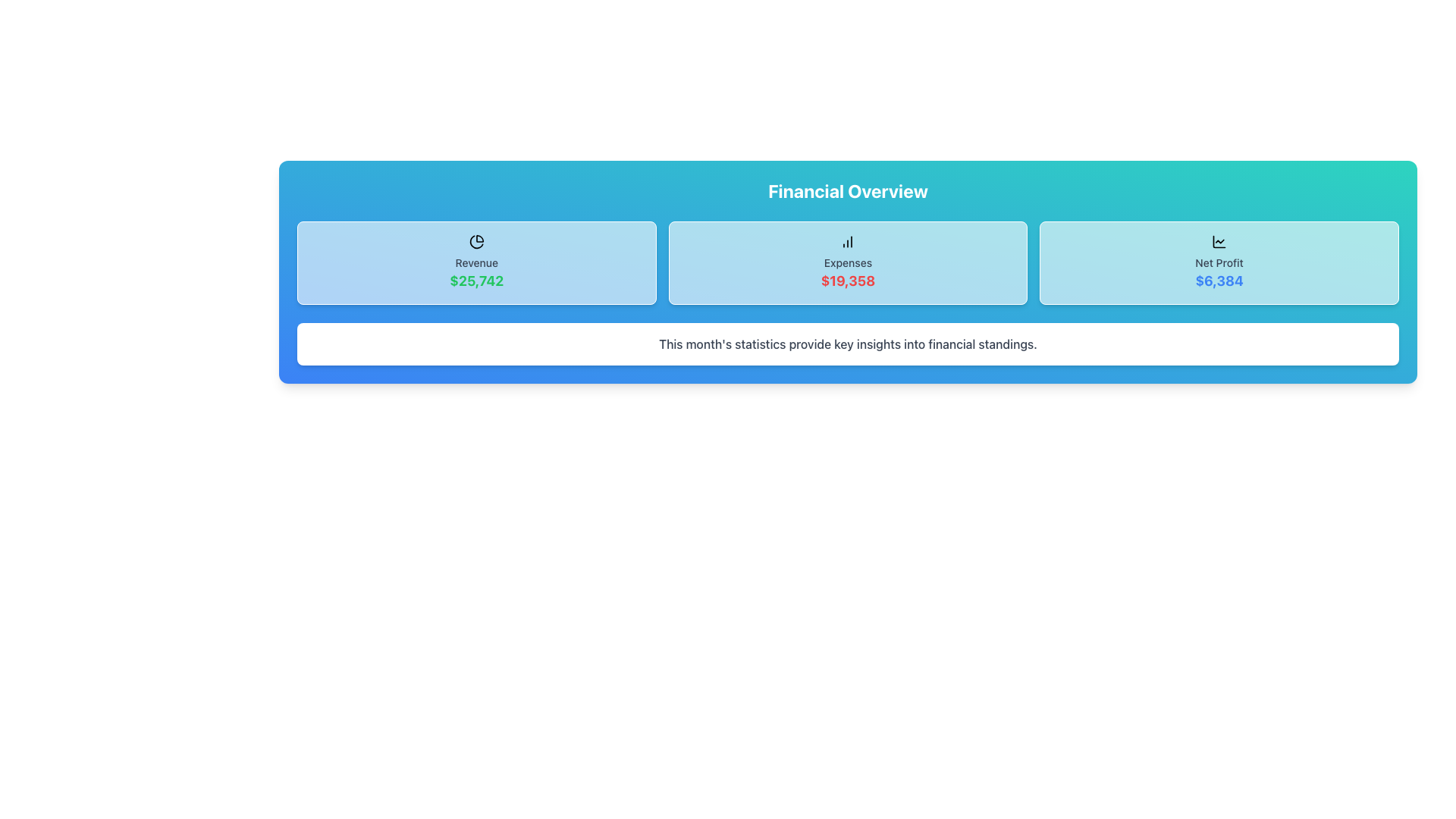 The image size is (1456, 819). I want to click on the static text that reads: 'This month's statistics provide key insights into financial standings.' It is styled with a gray font color and located within a light-colored card interface with rounded corners, so click(847, 344).